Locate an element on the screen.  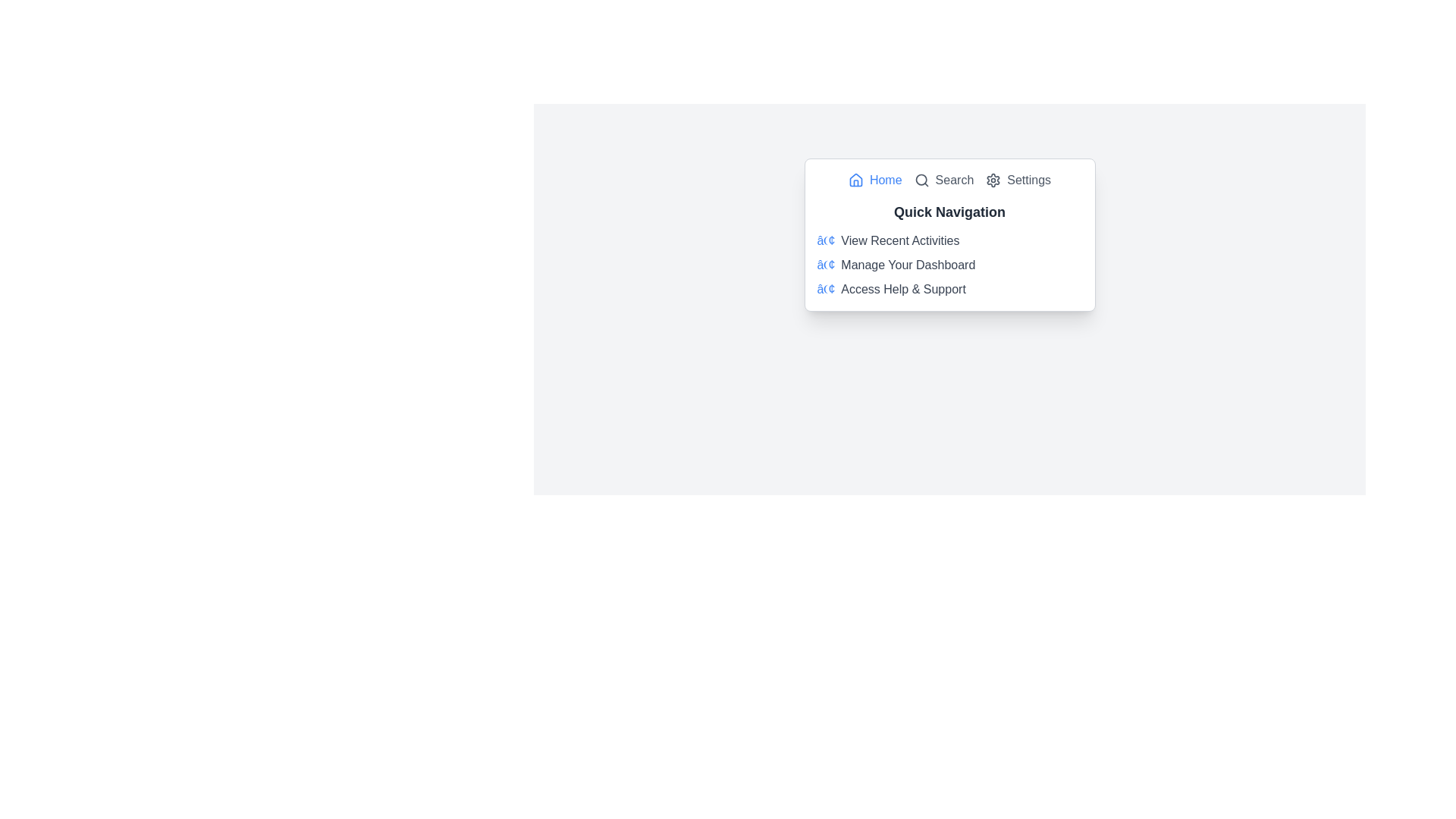
the decorative bullet point icon located to the left of the text 'Manage Your Dashboard' is located at coordinates (825, 265).